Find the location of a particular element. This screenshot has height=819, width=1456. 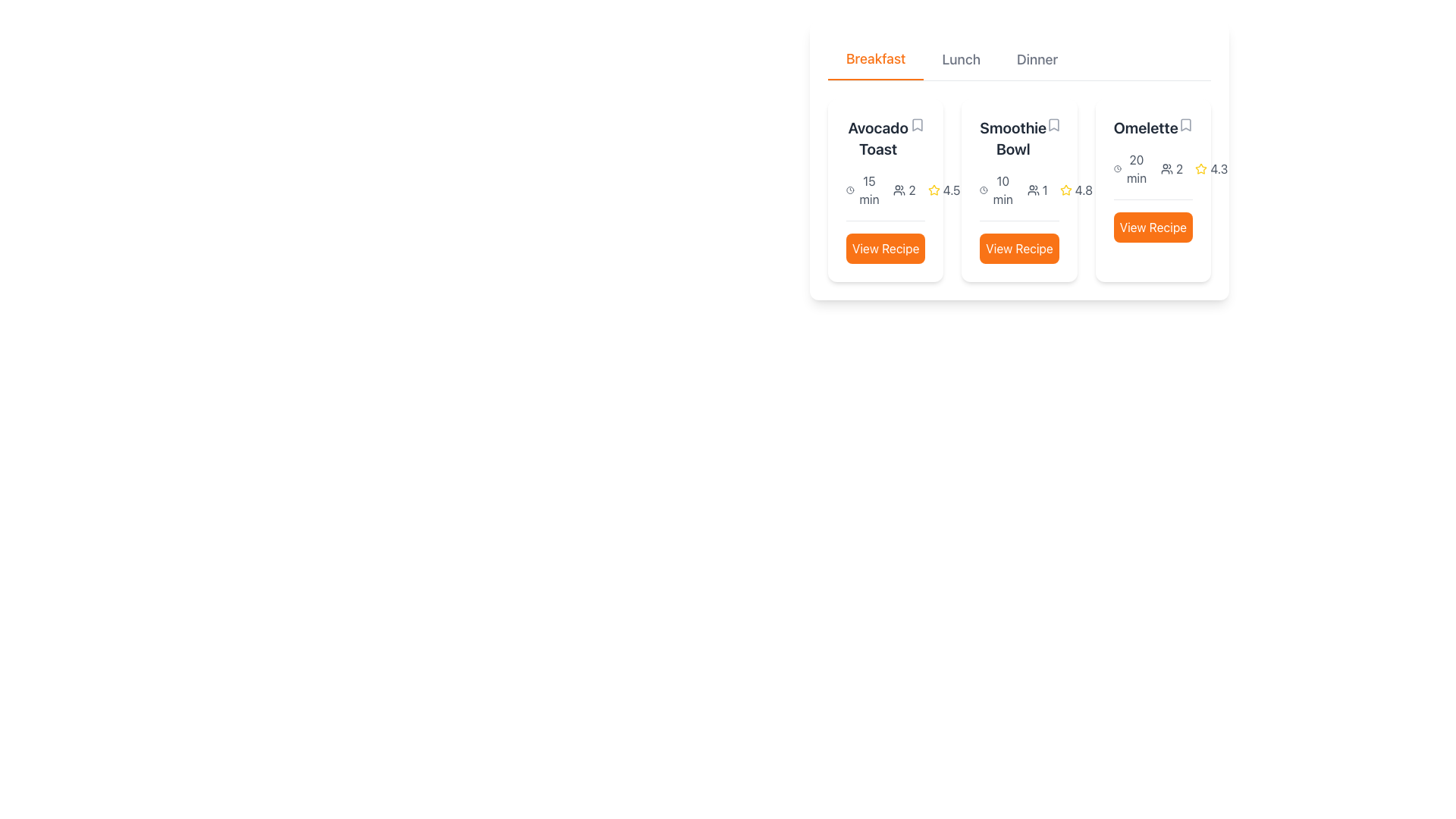

text label that displays 'Omelette', which is styled in a bold font and is part of the recipe card layout is located at coordinates (1153, 127).